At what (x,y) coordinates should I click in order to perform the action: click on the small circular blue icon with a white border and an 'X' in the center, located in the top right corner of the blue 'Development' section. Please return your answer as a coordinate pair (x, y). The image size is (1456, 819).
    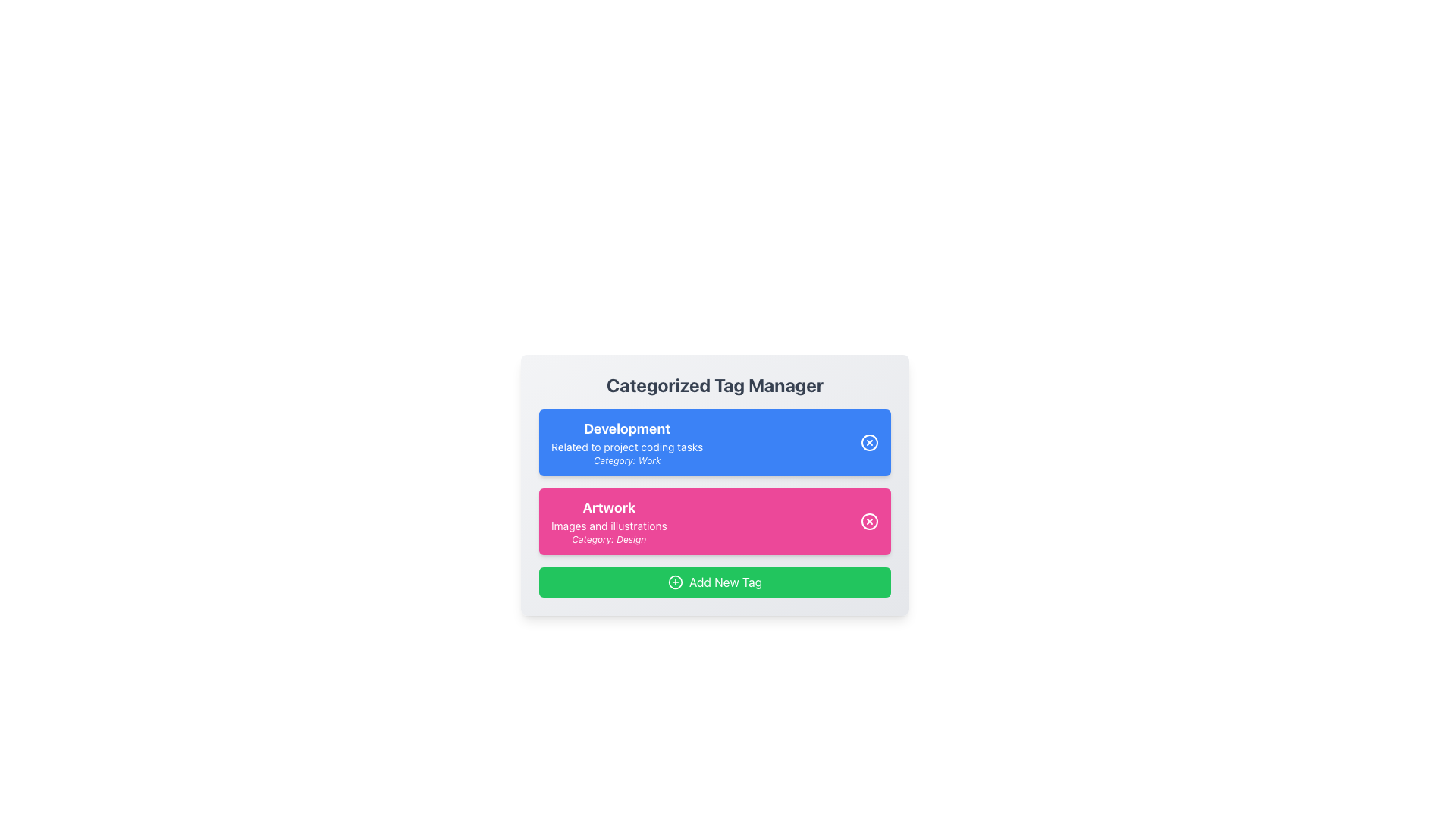
    Looking at the image, I should click on (870, 442).